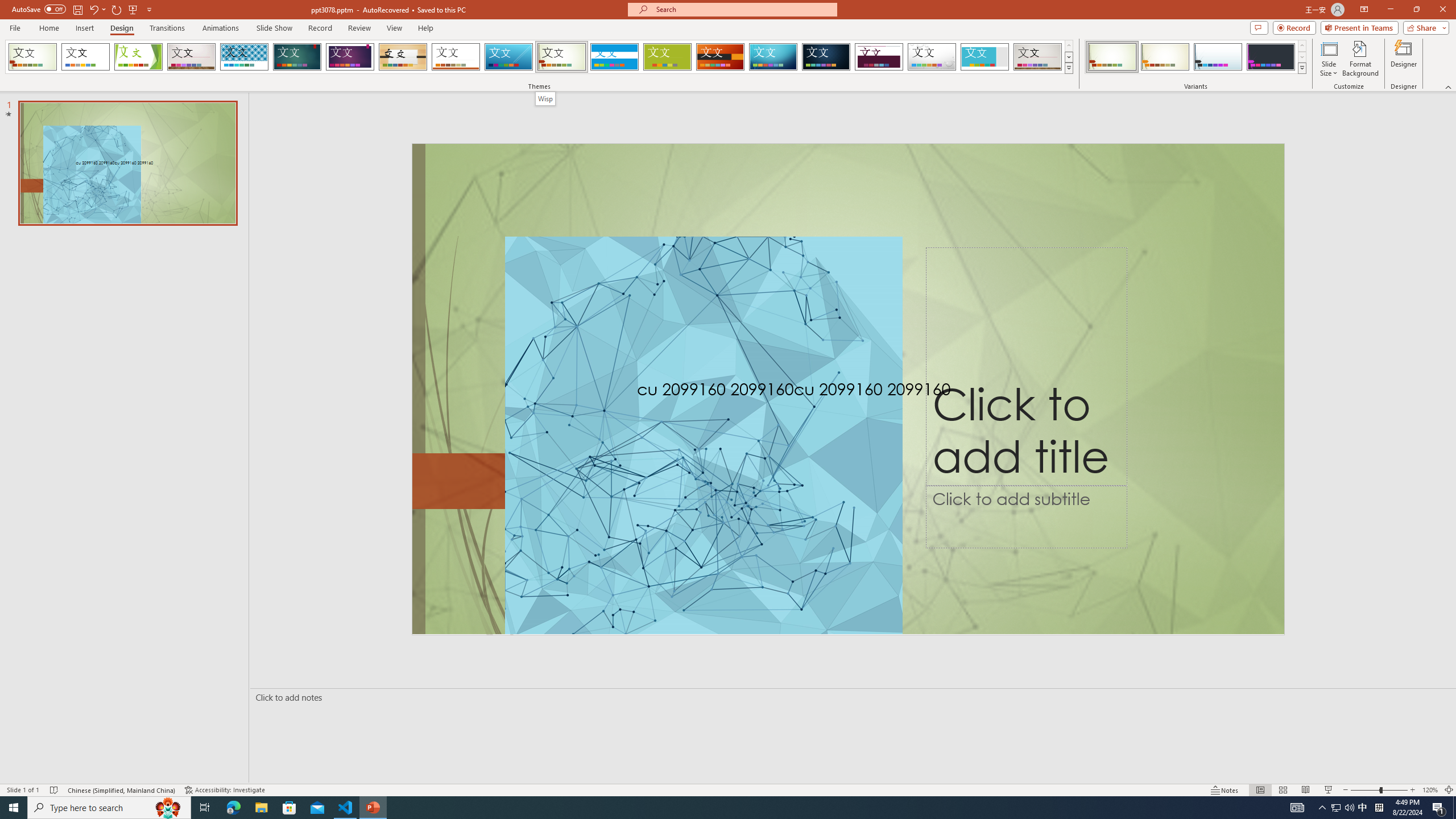 The width and height of the screenshot is (1456, 819). Describe the element at coordinates (1259, 27) in the screenshot. I see `'Comments'` at that location.